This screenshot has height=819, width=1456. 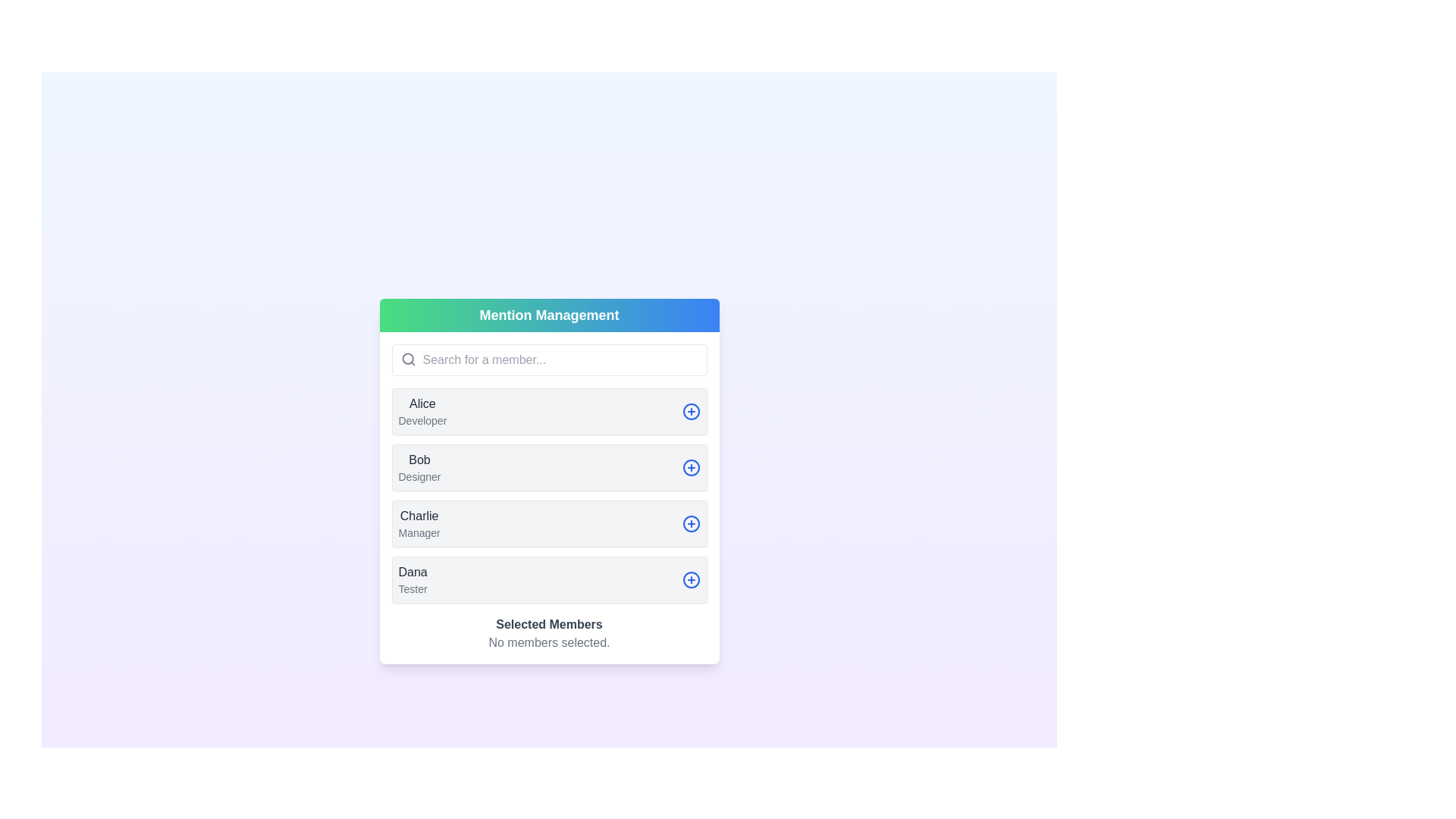 I want to click on the Text label that identifies 'Bob' in the member management interface, located between 'Alice Developer' and 'Charlie Manager', so click(x=419, y=459).